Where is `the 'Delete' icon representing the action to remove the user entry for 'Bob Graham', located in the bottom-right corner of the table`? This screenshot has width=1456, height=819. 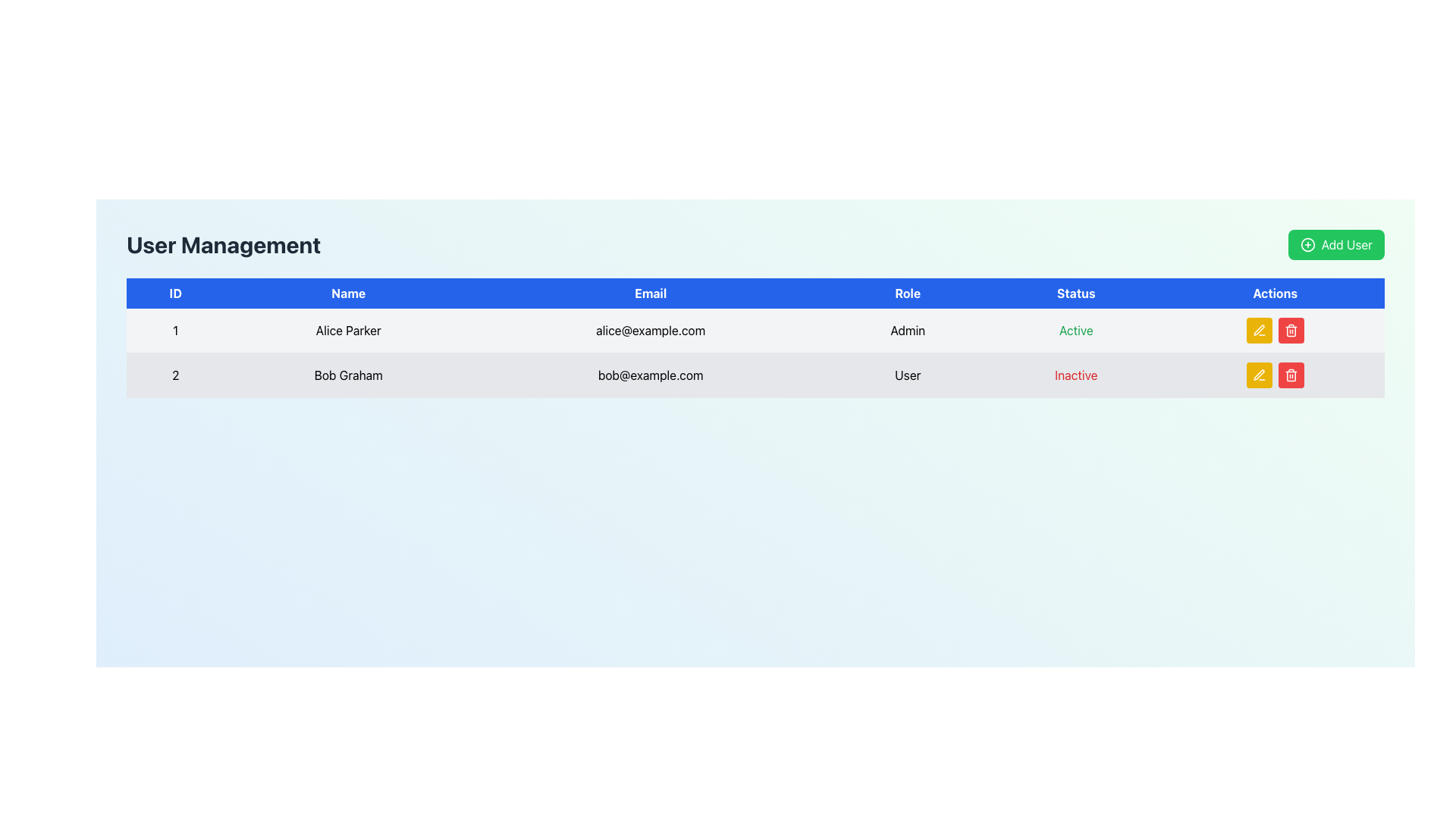
the 'Delete' icon representing the action to remove the user entry for 'Bob Graham', located in the bottom-right corner of the table is located at coordinates (1290, 331).